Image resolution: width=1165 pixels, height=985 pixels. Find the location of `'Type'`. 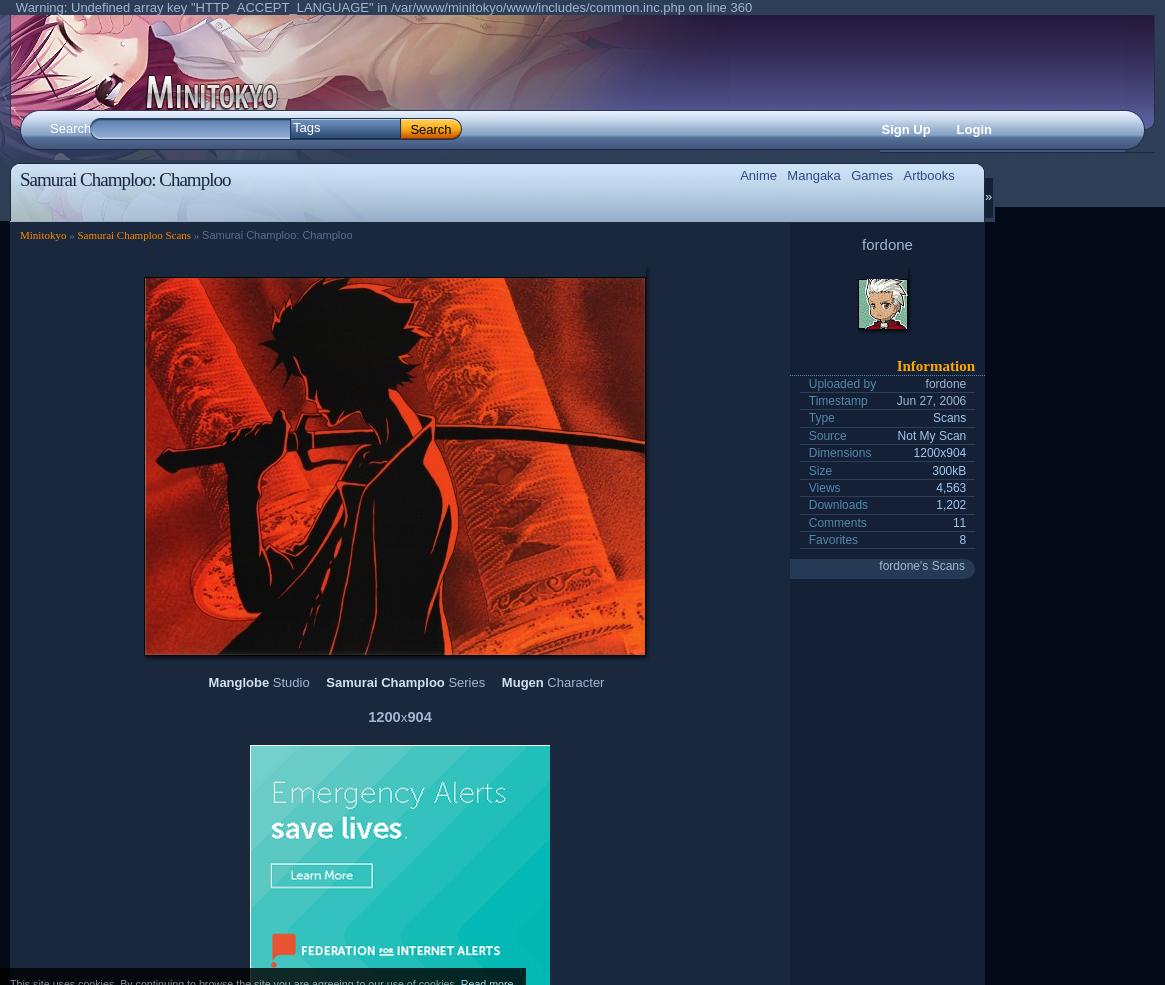

'Type' is located at coordinates (819, 417).